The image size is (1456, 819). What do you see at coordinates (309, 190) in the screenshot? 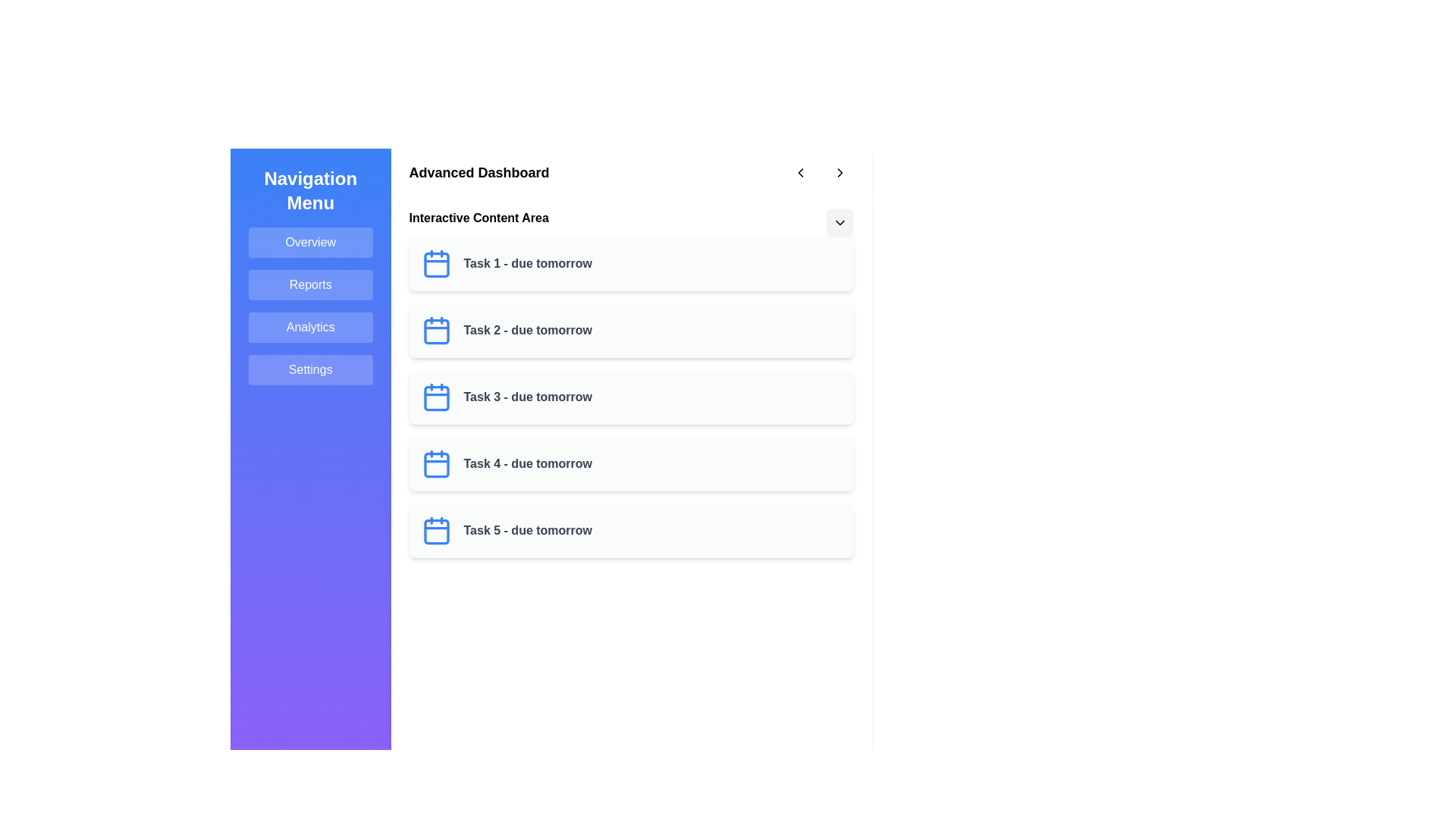
I see `the 'Navigation Menu' static text label, which is styled with a large and bold font and is located at the top of the sidebar section on a gradient background transitioning from blue to purple` at bounding box center [309, 190].